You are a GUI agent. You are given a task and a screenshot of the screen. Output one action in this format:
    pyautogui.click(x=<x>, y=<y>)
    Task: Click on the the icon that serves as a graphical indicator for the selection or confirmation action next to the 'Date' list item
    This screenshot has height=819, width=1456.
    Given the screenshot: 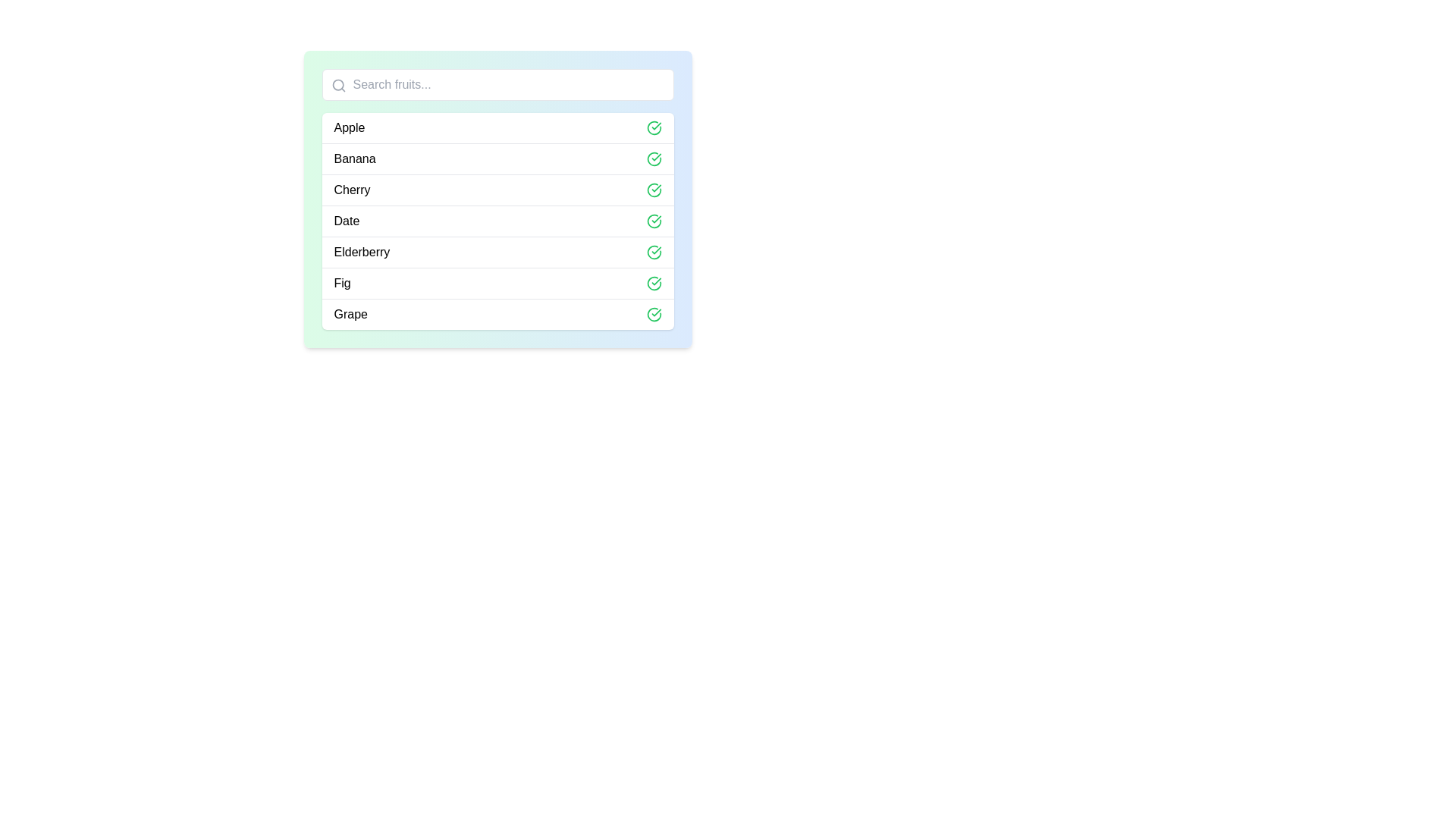 What is the action you would take?
    pyautogui.click(x=654, y=221)
    